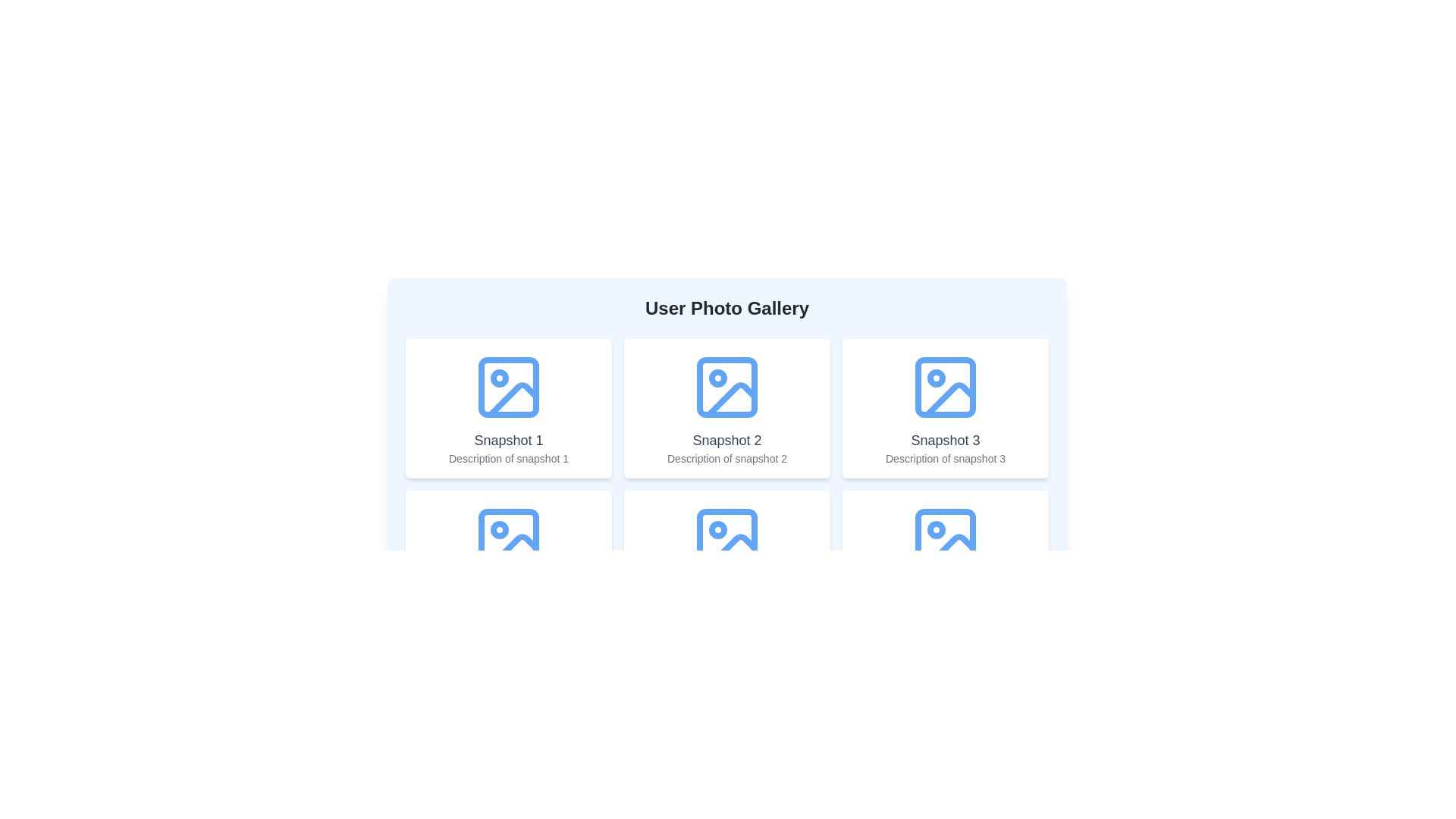 The width and height of the screenshot is (1456, 819). I want to click on the blue slanted line icon in the third panel of the top row of the user photo gallery labeled 'Snapshot 3', so click(949, 399).